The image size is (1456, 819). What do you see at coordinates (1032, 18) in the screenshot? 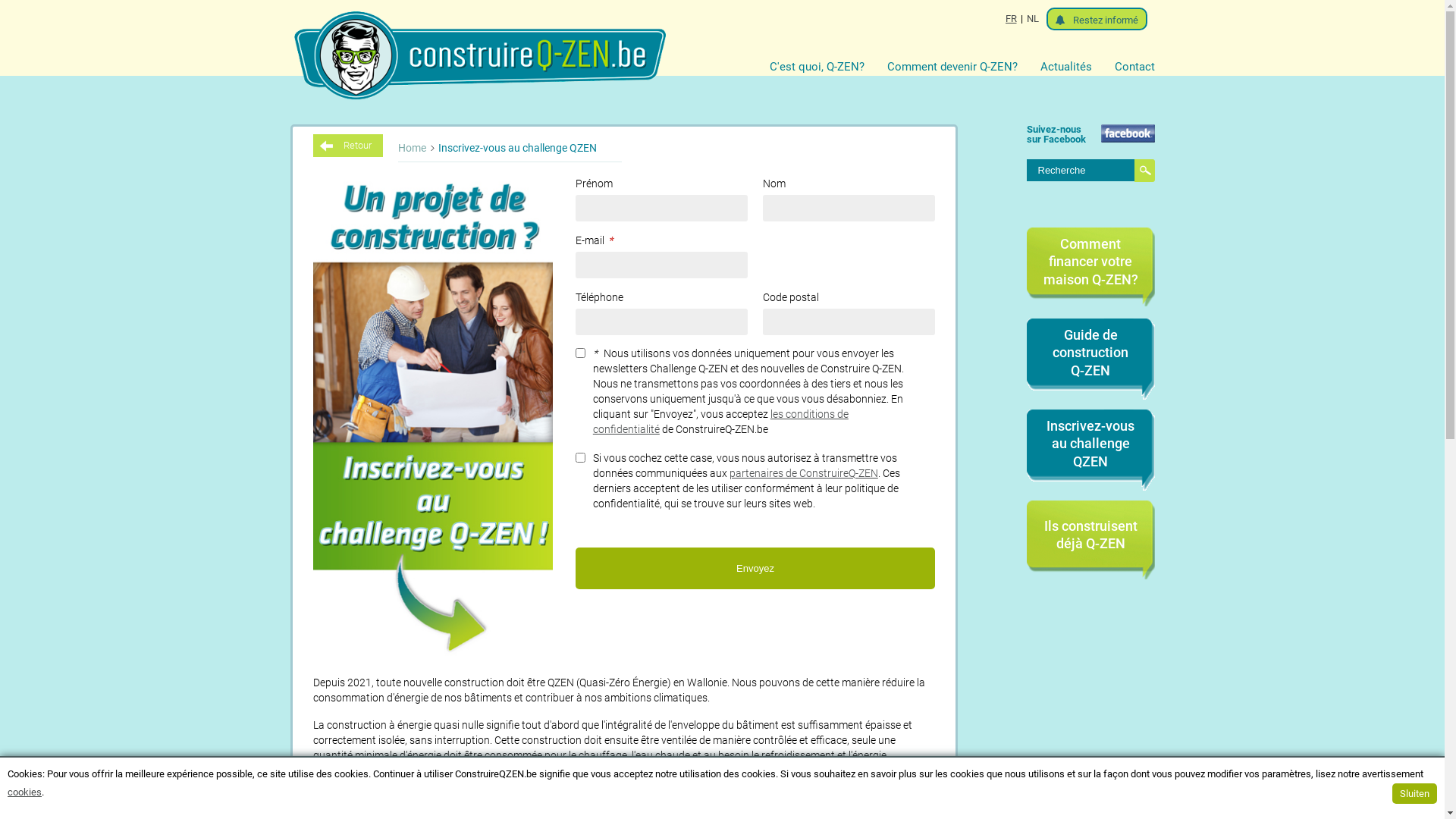
I see `'NL'` at bounding box center [1032, 18].